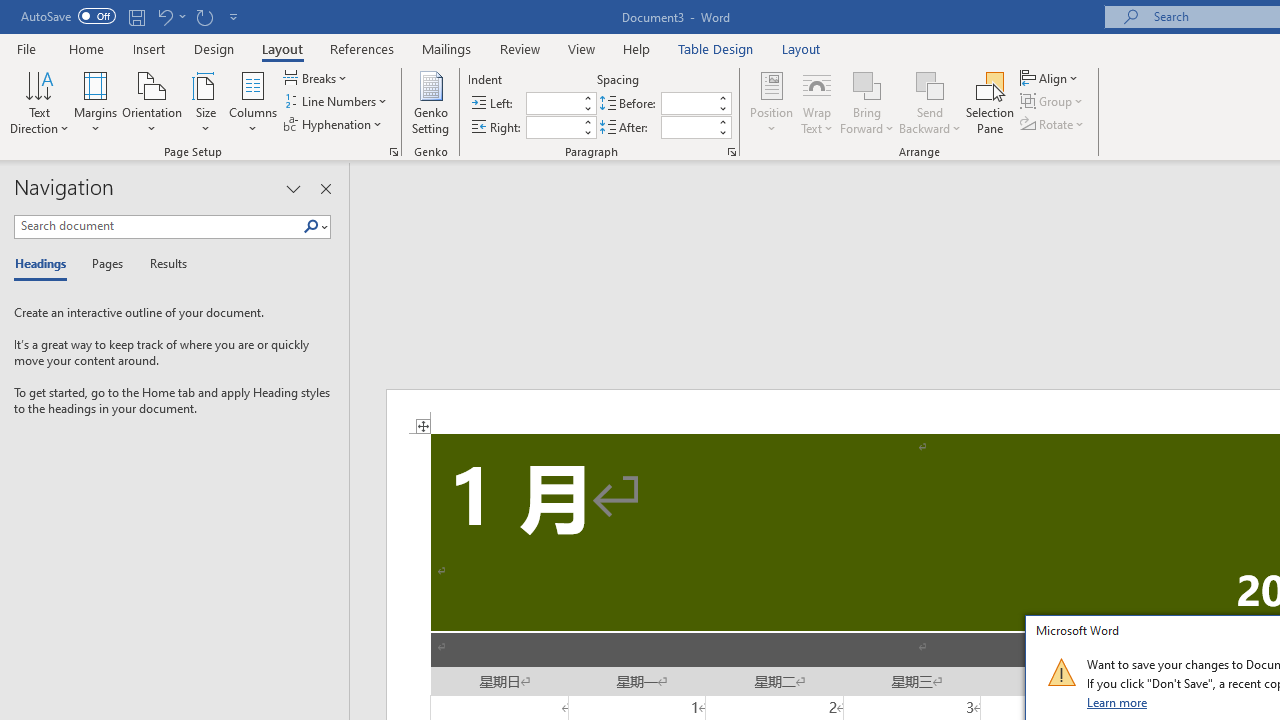 This screenshot has width=1280, height=720. What do you see at coordinates (95, 103) in the screenshot?
I see `'Margins'` at bounding box center [95, 103].